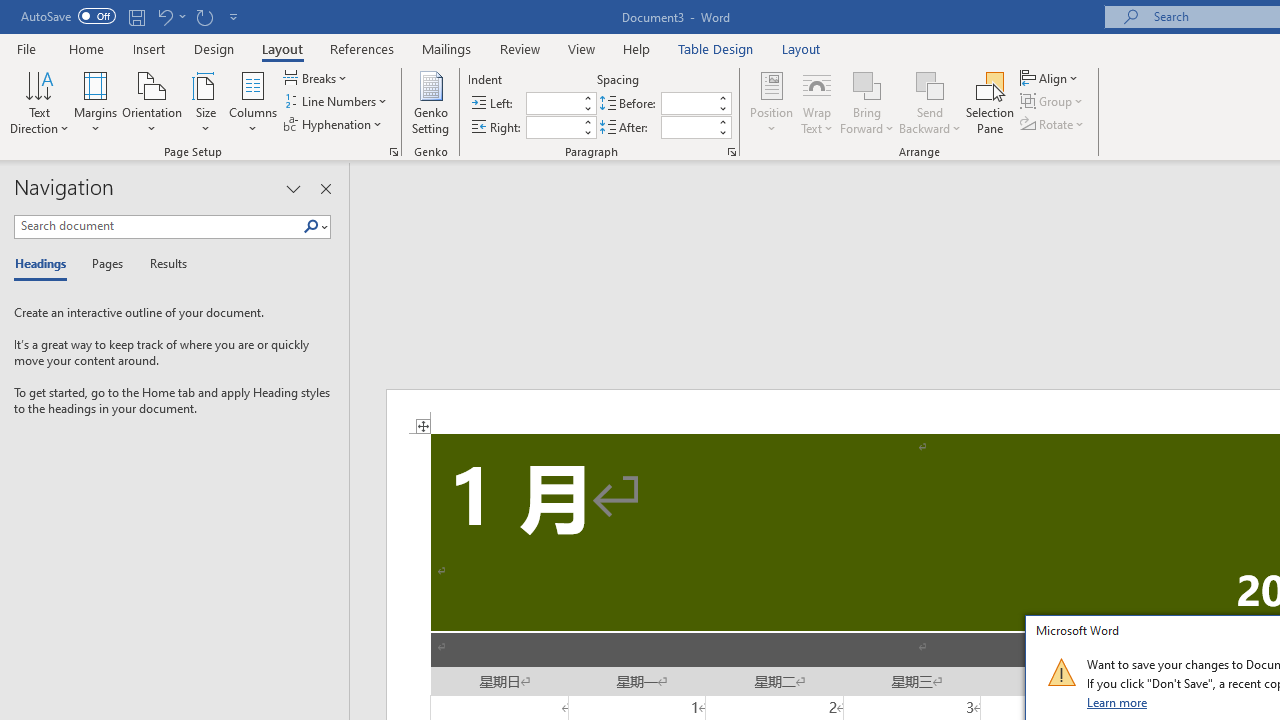 This screenshot has width=1280, height=720. What do you see at coordinates (95, 103) in the screenshot?
I see `'Margins'` at bounding box center [95, 103].